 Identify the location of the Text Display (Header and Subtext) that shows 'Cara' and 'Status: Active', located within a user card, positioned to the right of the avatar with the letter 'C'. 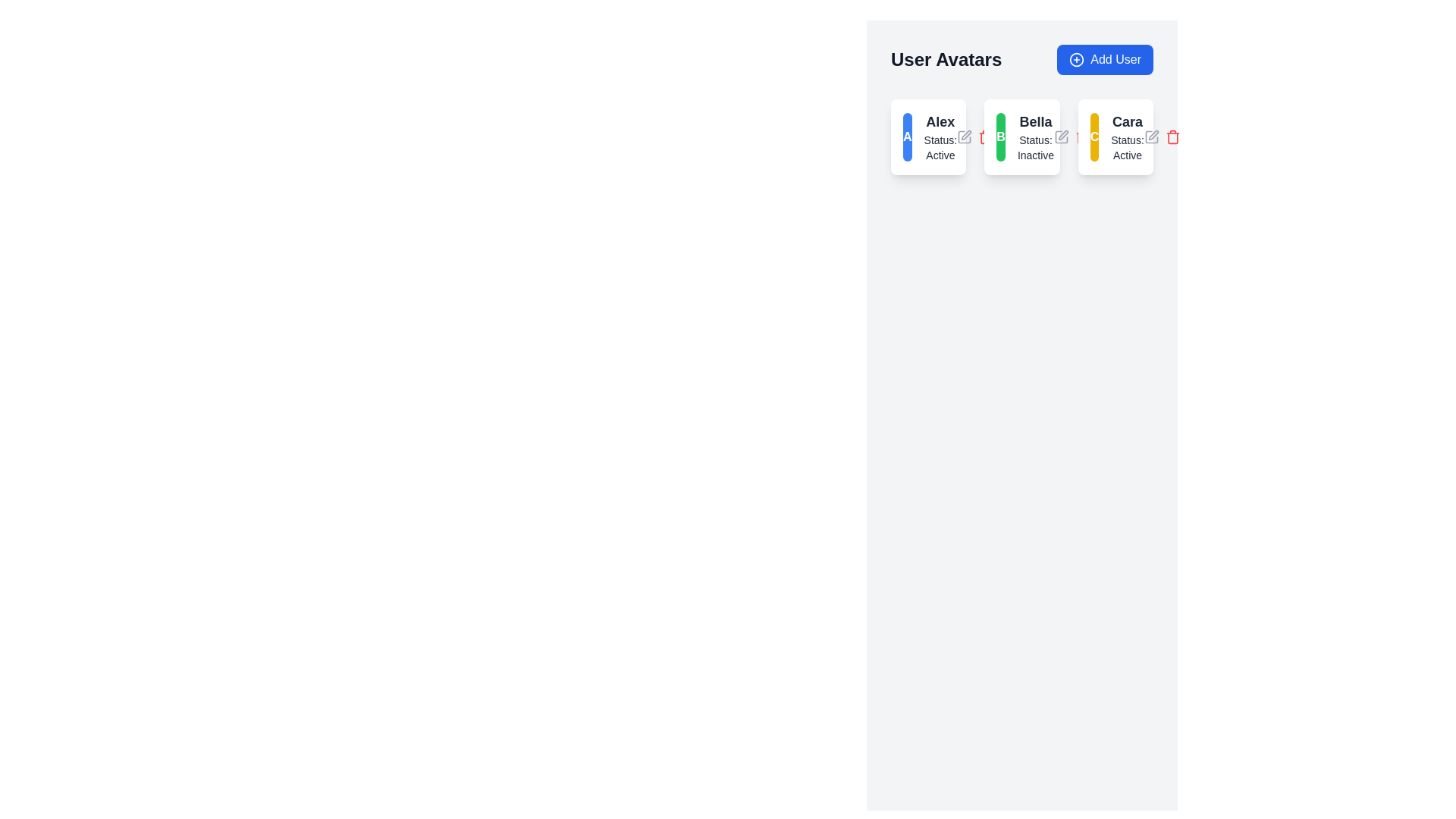
(1128, 137).